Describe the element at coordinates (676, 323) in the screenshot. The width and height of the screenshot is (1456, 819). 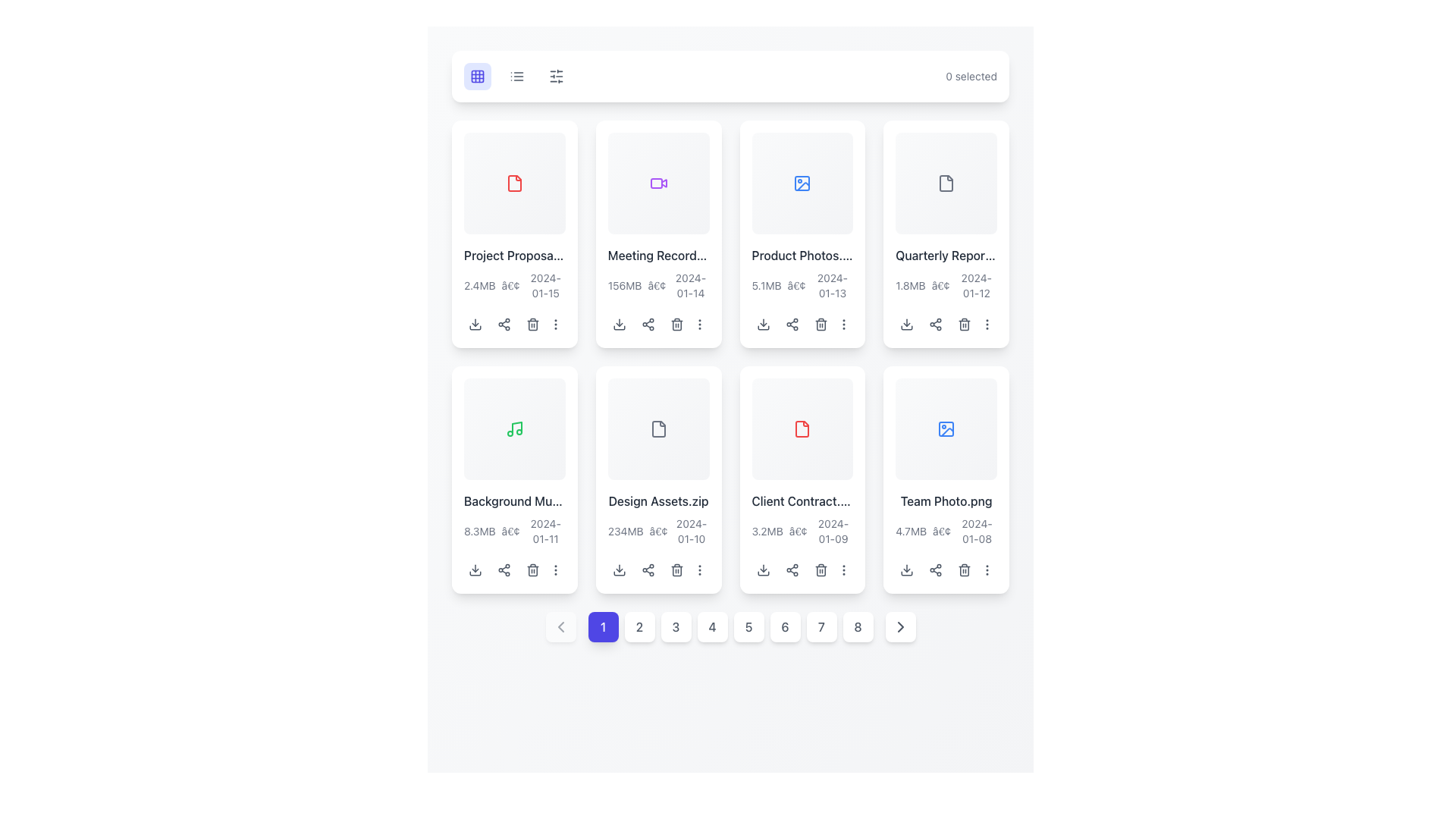
I see `the delete button associated with the 'Meeting Recording' file` at that location.